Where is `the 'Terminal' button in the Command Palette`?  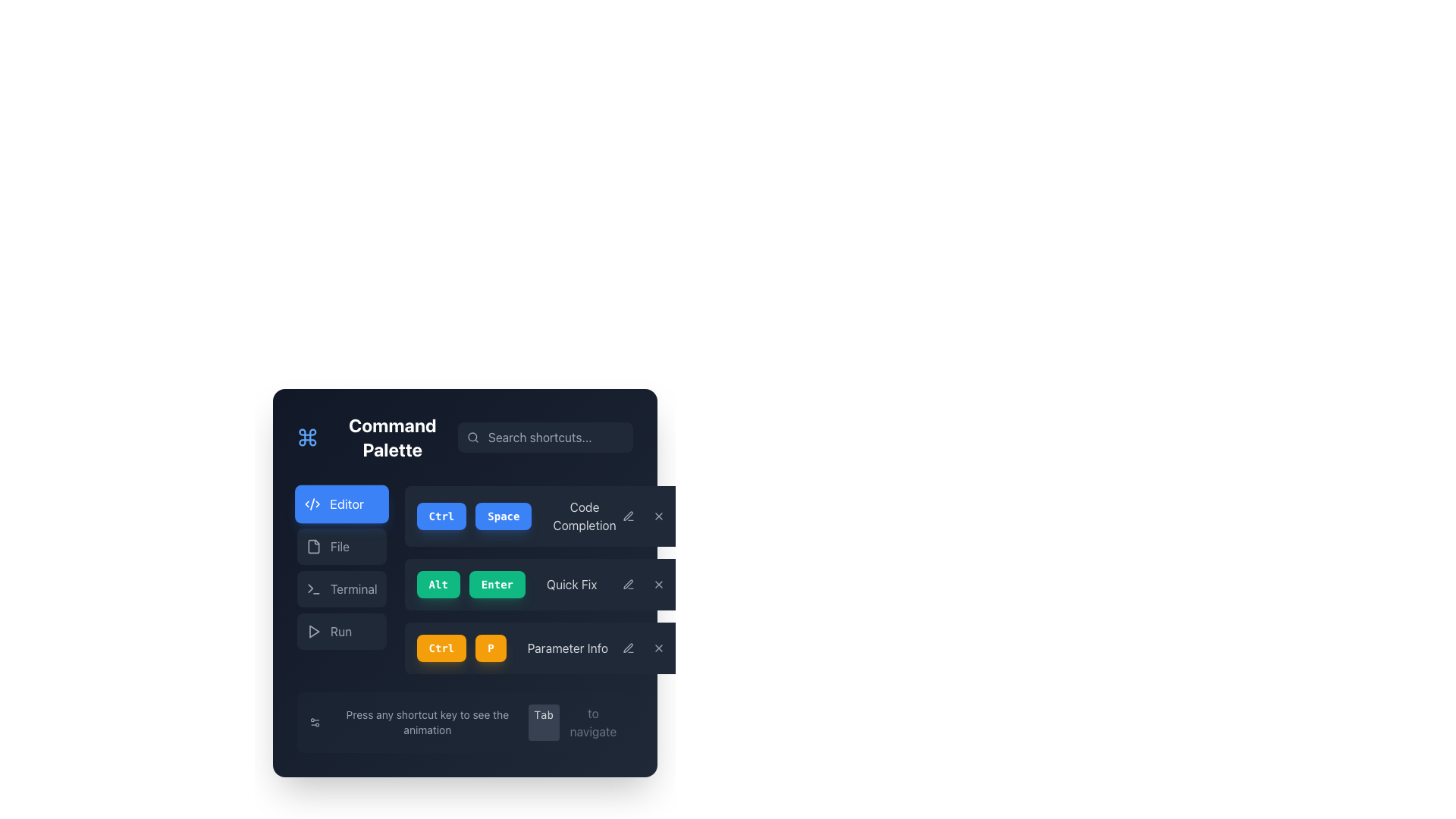
the 'Terminal' button in the Command Palette is located at coordinates (340, 579).